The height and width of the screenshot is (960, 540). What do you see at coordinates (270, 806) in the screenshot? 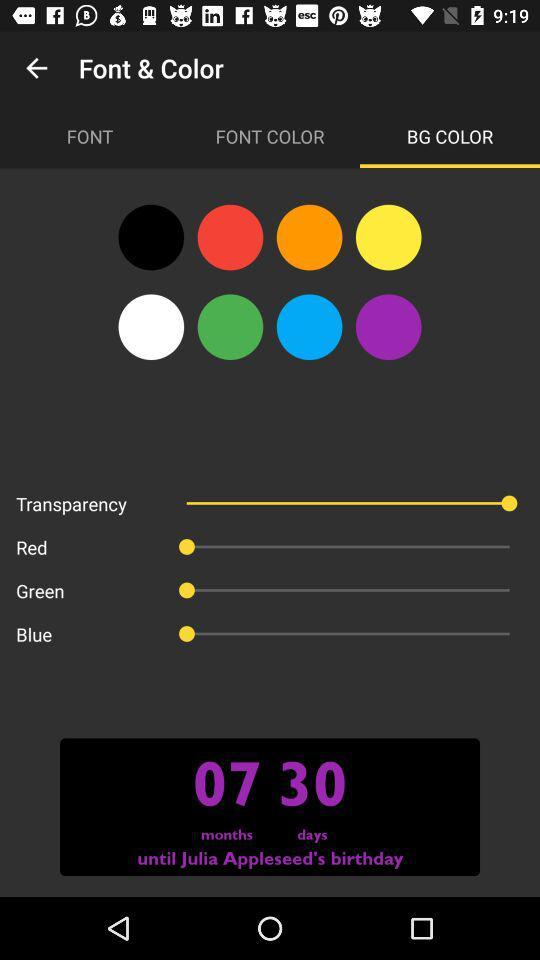
I see `the image in the bottom line of the web page` at bounding box center [270, 806].